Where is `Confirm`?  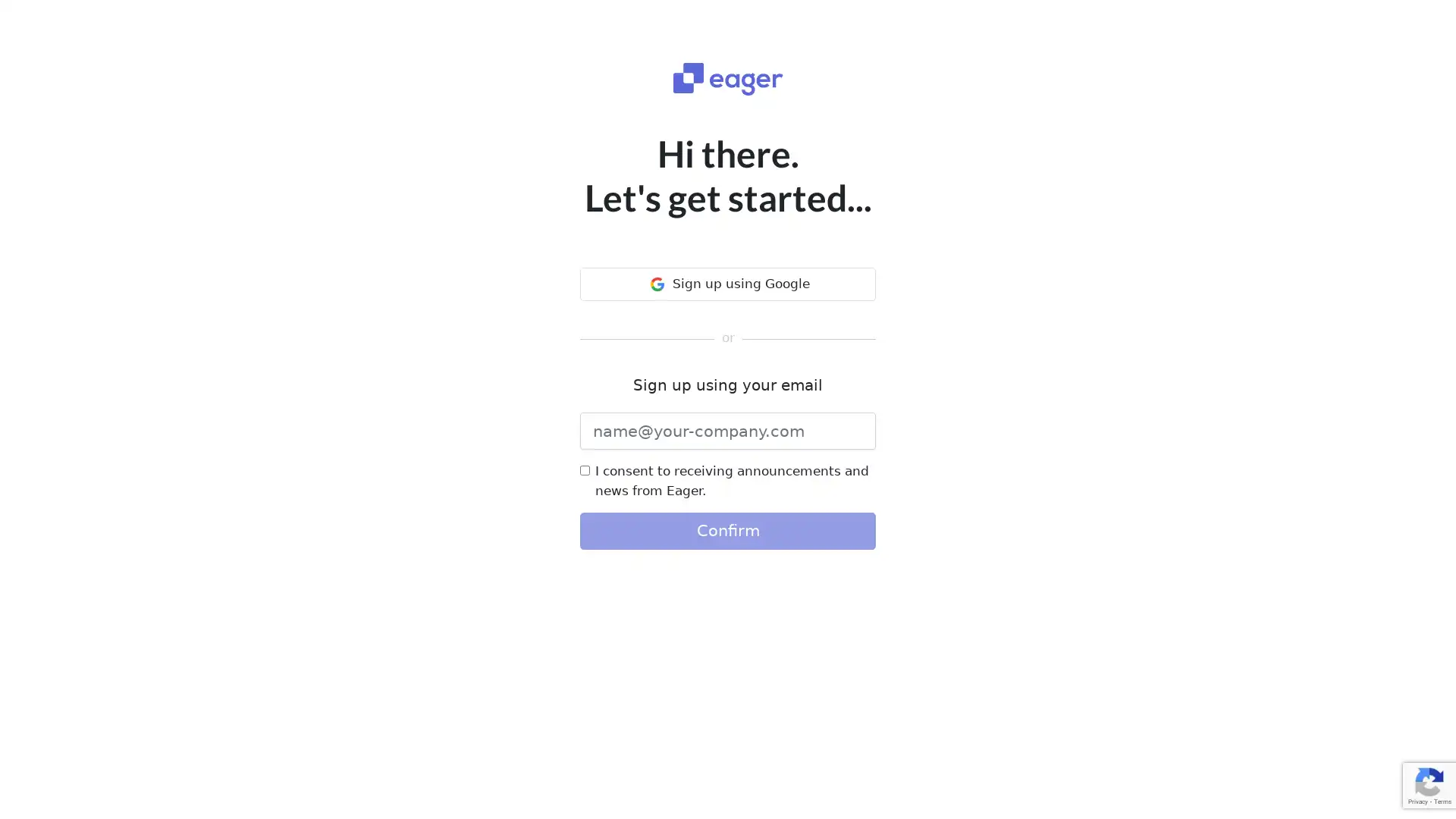 Confirm is located at coordinates (728, 529).